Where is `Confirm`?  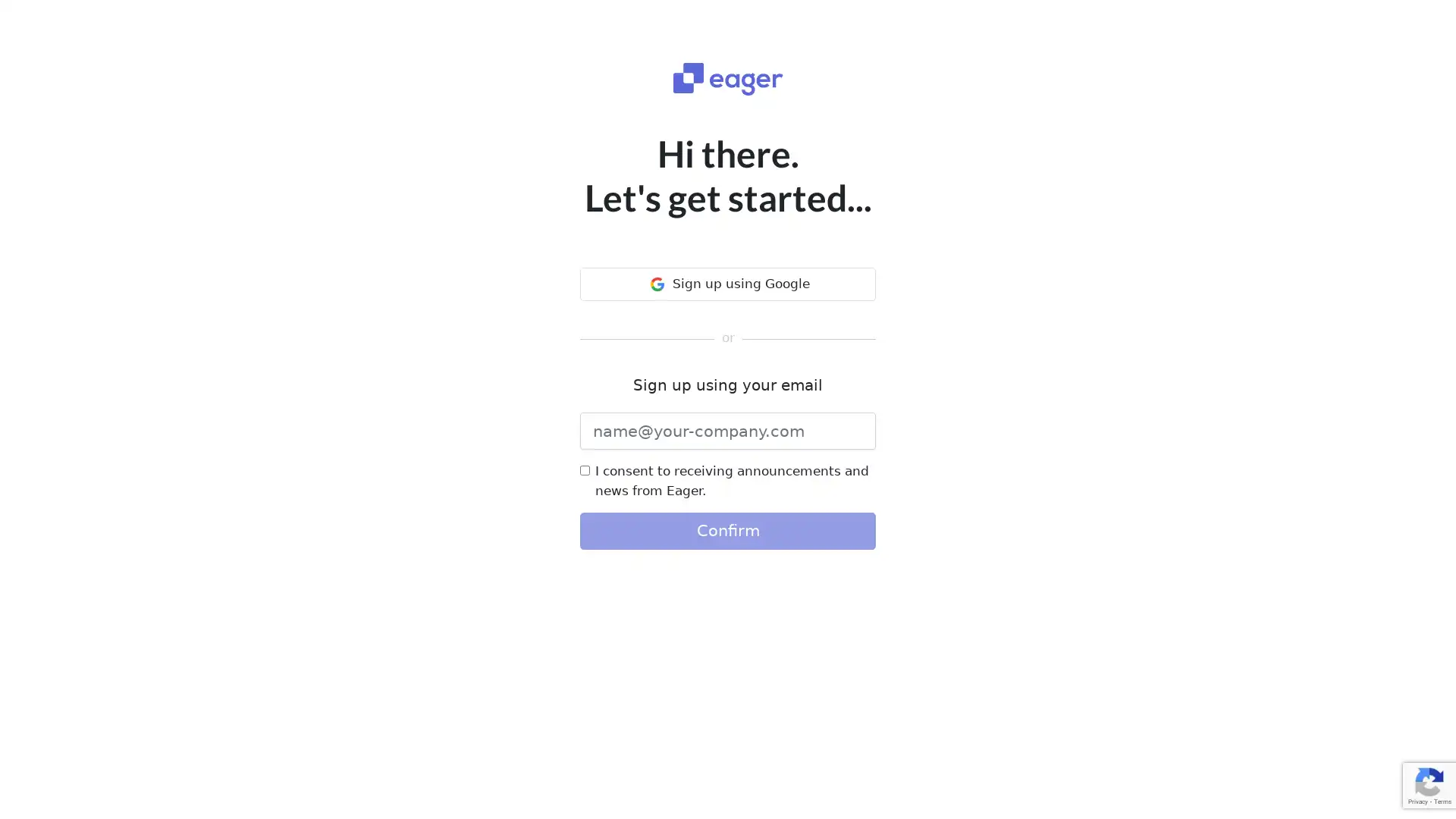 Confirm is located at coordinates (728, 529).